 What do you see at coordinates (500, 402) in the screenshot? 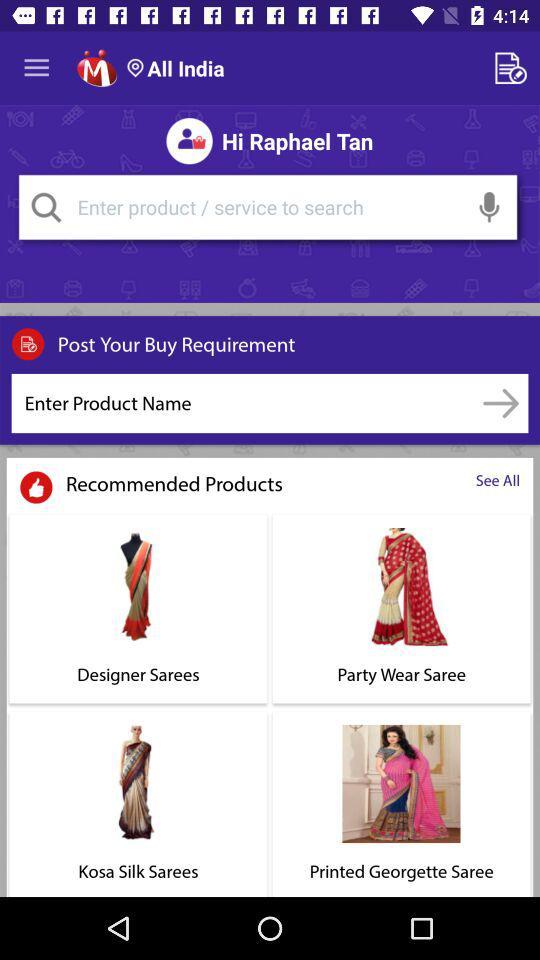
I see `option` at bounding box center [500, 402].